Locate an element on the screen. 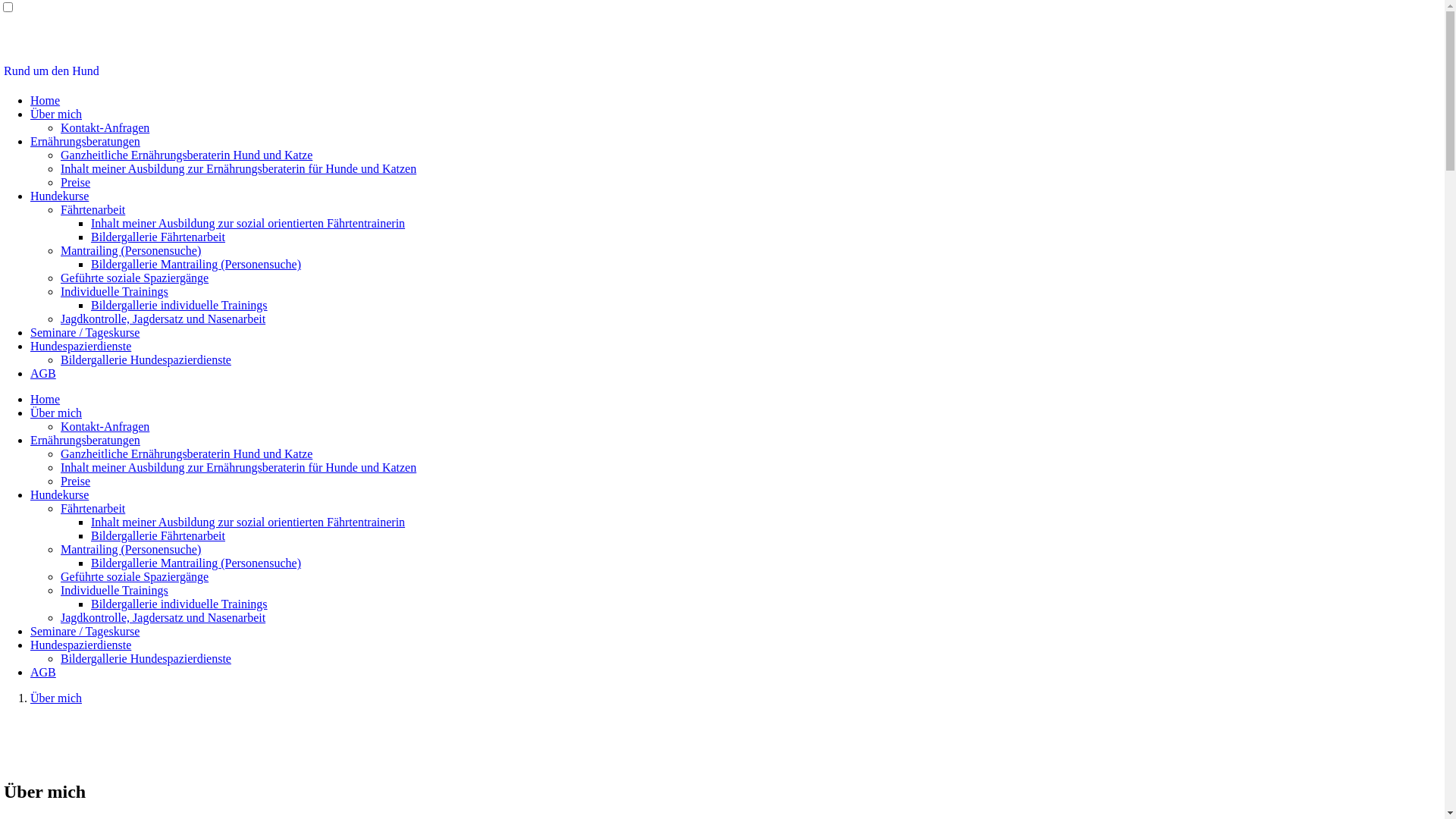 This screenshot has width=1456, height=819. 'AGB' is located at coordinates (43, 373).